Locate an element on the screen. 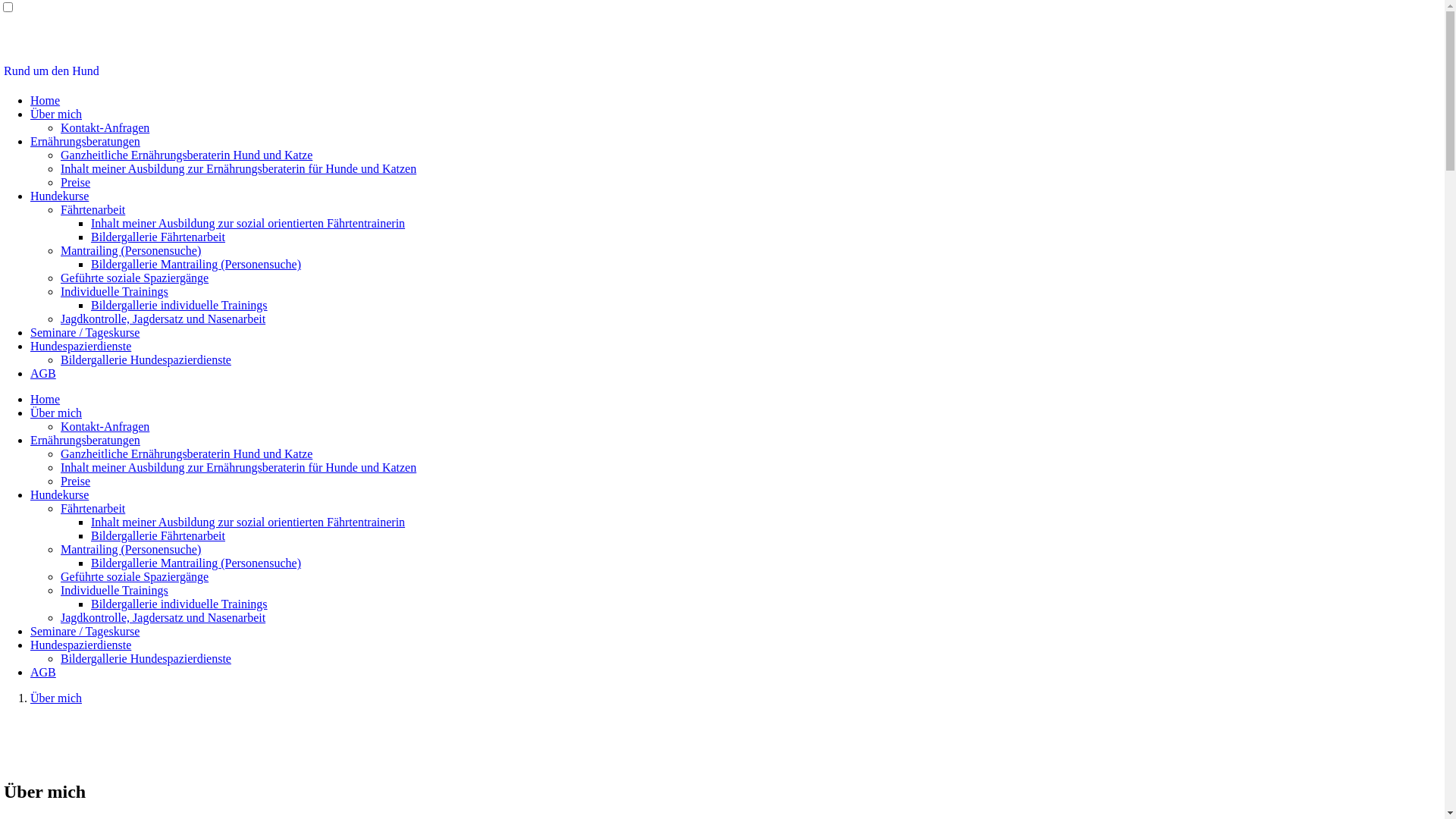 This screenshot has width=1456, height=819. 'AGB' is located at coordinates (43, 373).